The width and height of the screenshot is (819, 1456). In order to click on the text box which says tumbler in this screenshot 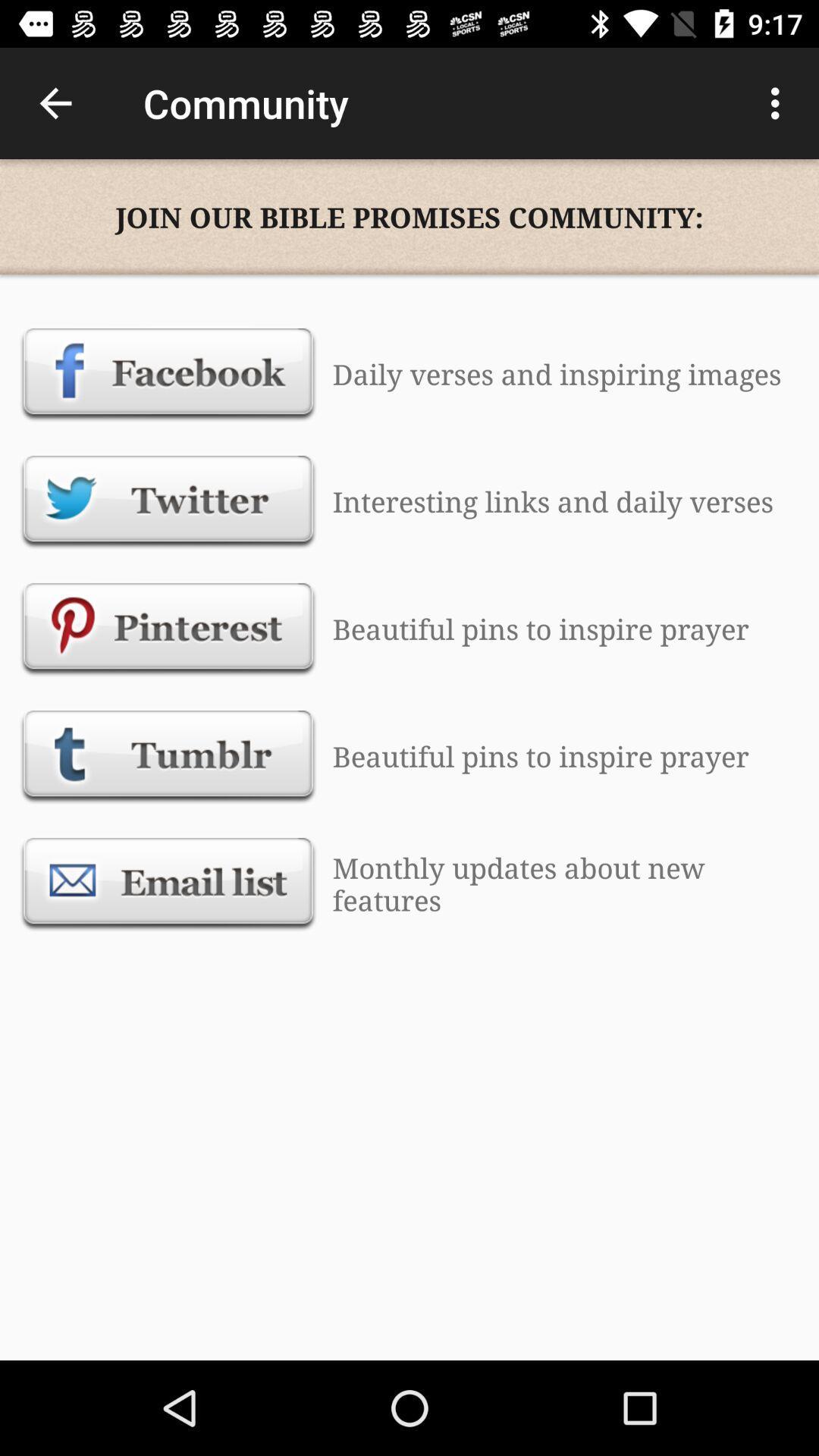, I will do `click(168, 757)`.